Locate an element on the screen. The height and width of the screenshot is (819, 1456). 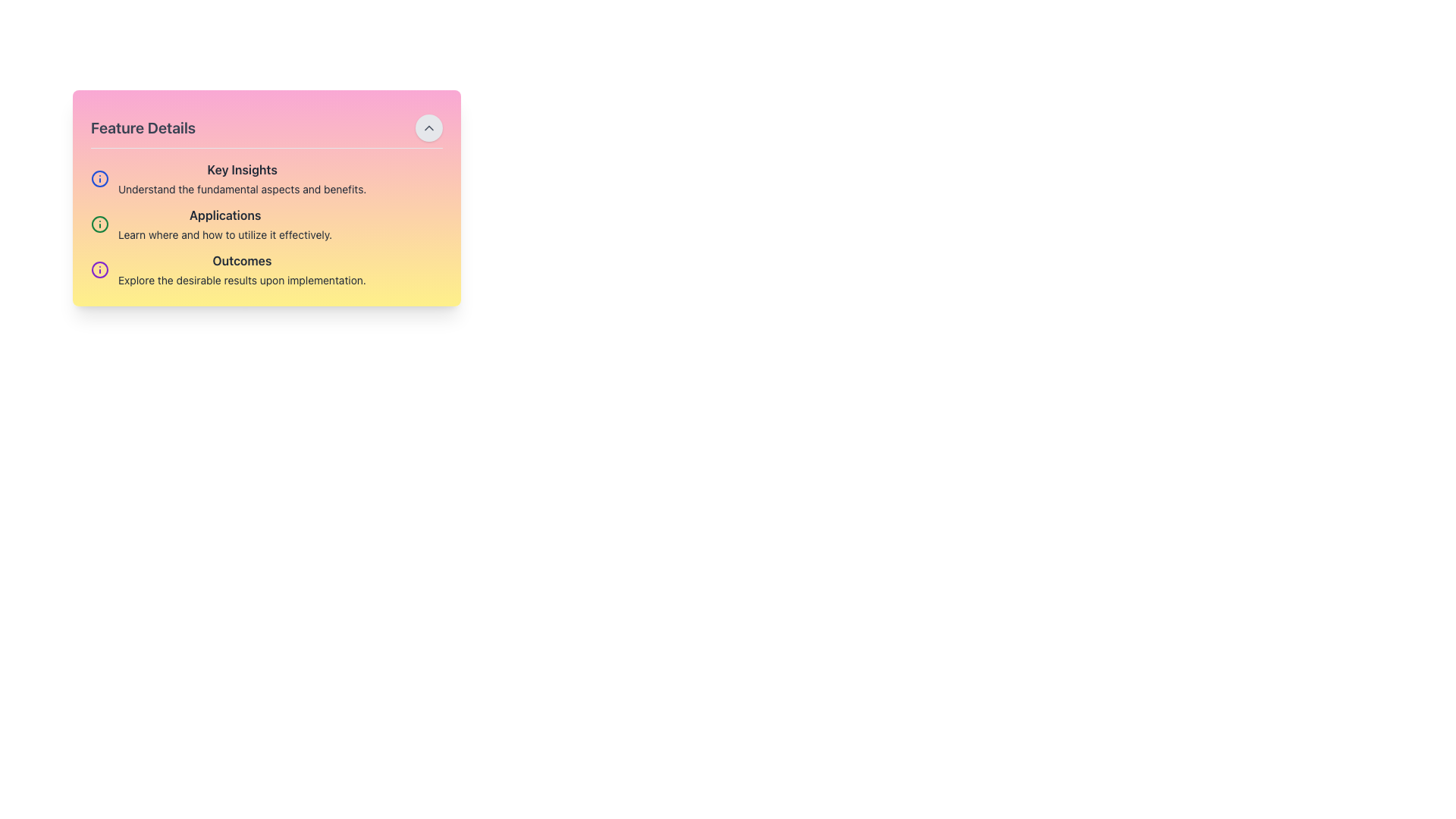
the green circular icon with an information symbol located next to the 'Applications' heading in the 'Feature Details' section for additional details is located at coordinates (99, 224).